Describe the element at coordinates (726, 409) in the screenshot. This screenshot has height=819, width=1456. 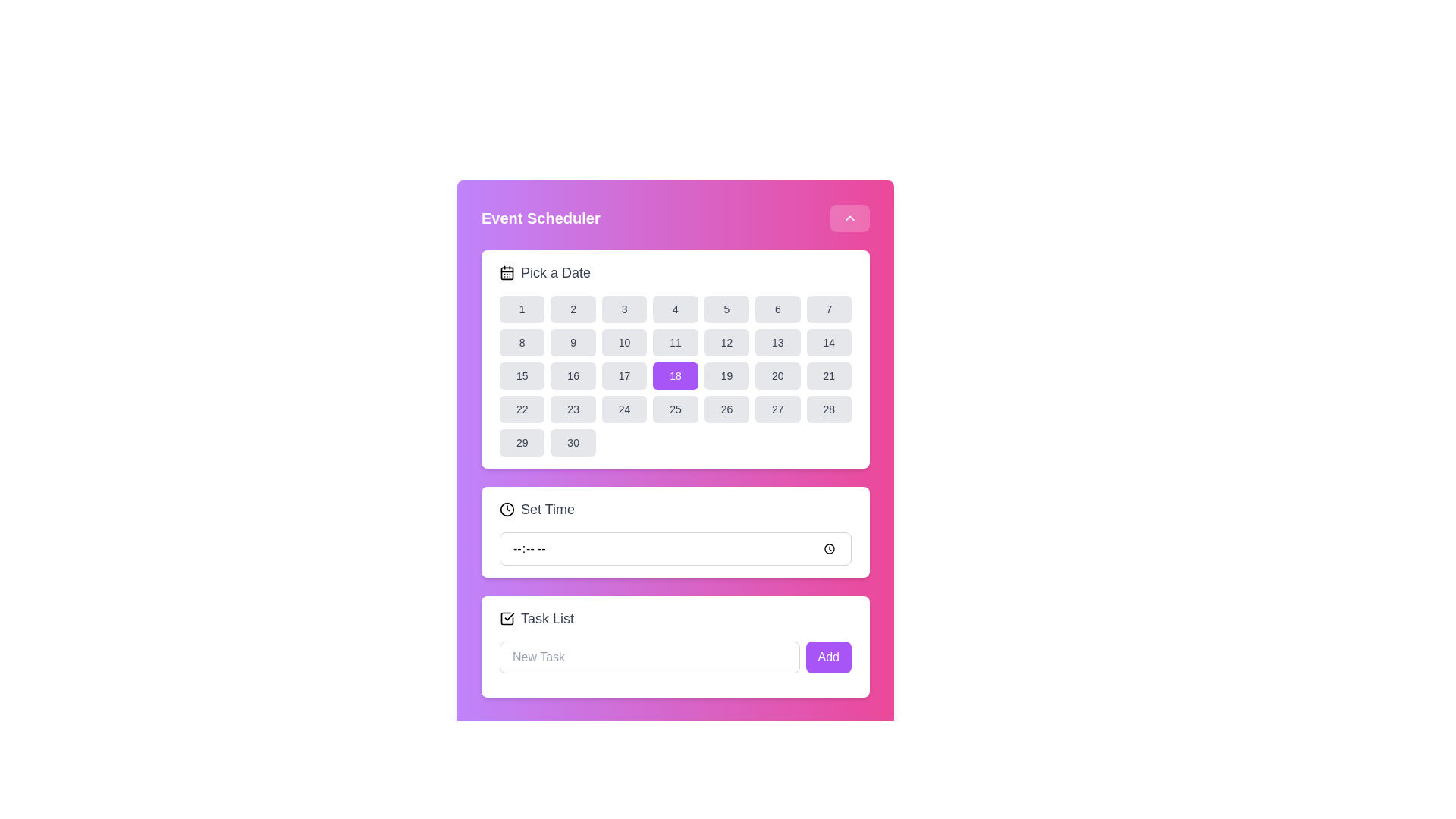
I see `the button displaying the number '26'` at that location.